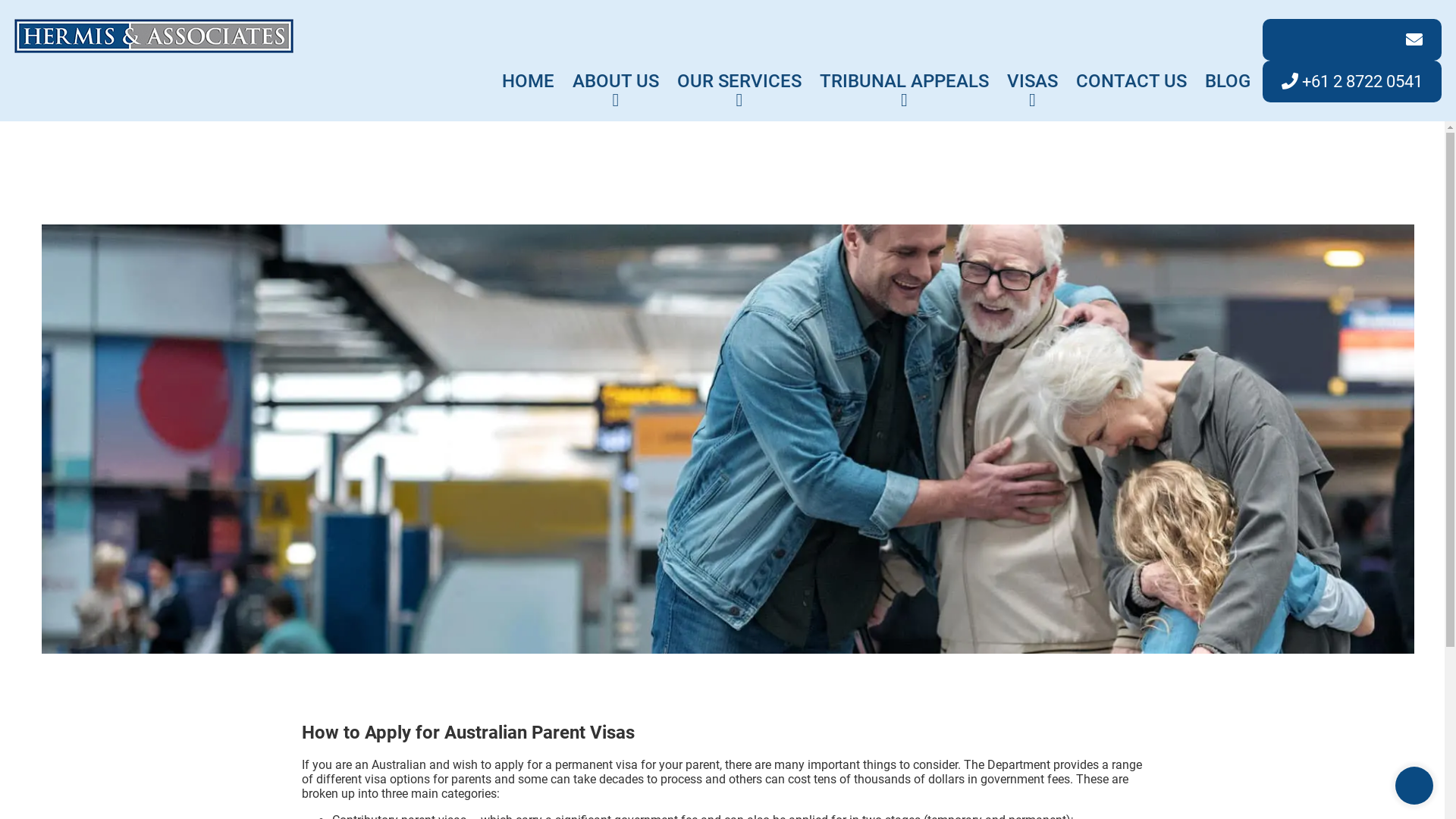  Describe the element at coordinates (615, 73) in the screenshot. I see `'ABOUT US'` at that location.